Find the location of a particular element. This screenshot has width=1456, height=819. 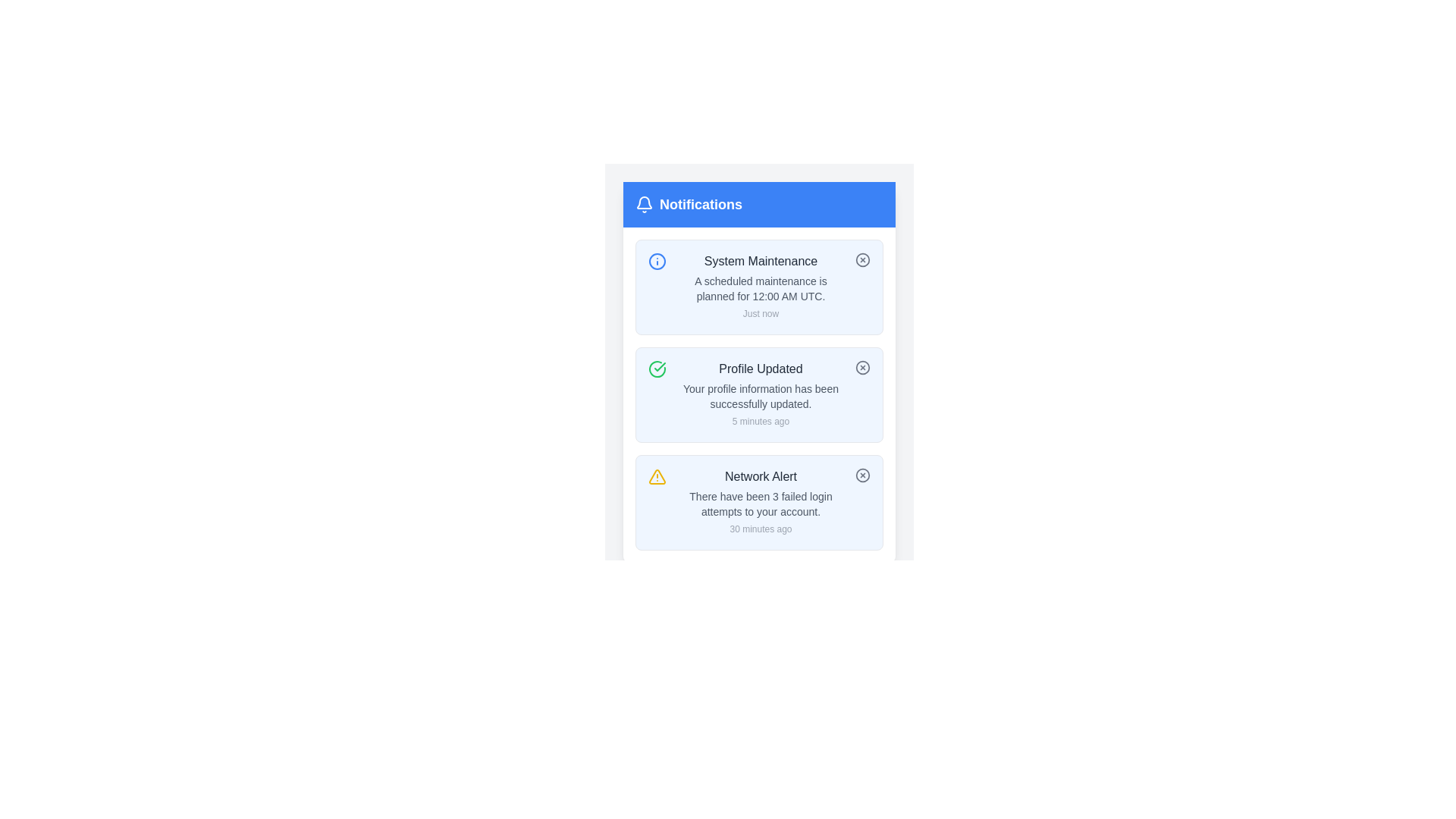

the TextLabel that indicates the timestamp of the notification within the 'System Maintenance' card, located below the main content text and aligned to the right side is located at coordinates (761, 312).